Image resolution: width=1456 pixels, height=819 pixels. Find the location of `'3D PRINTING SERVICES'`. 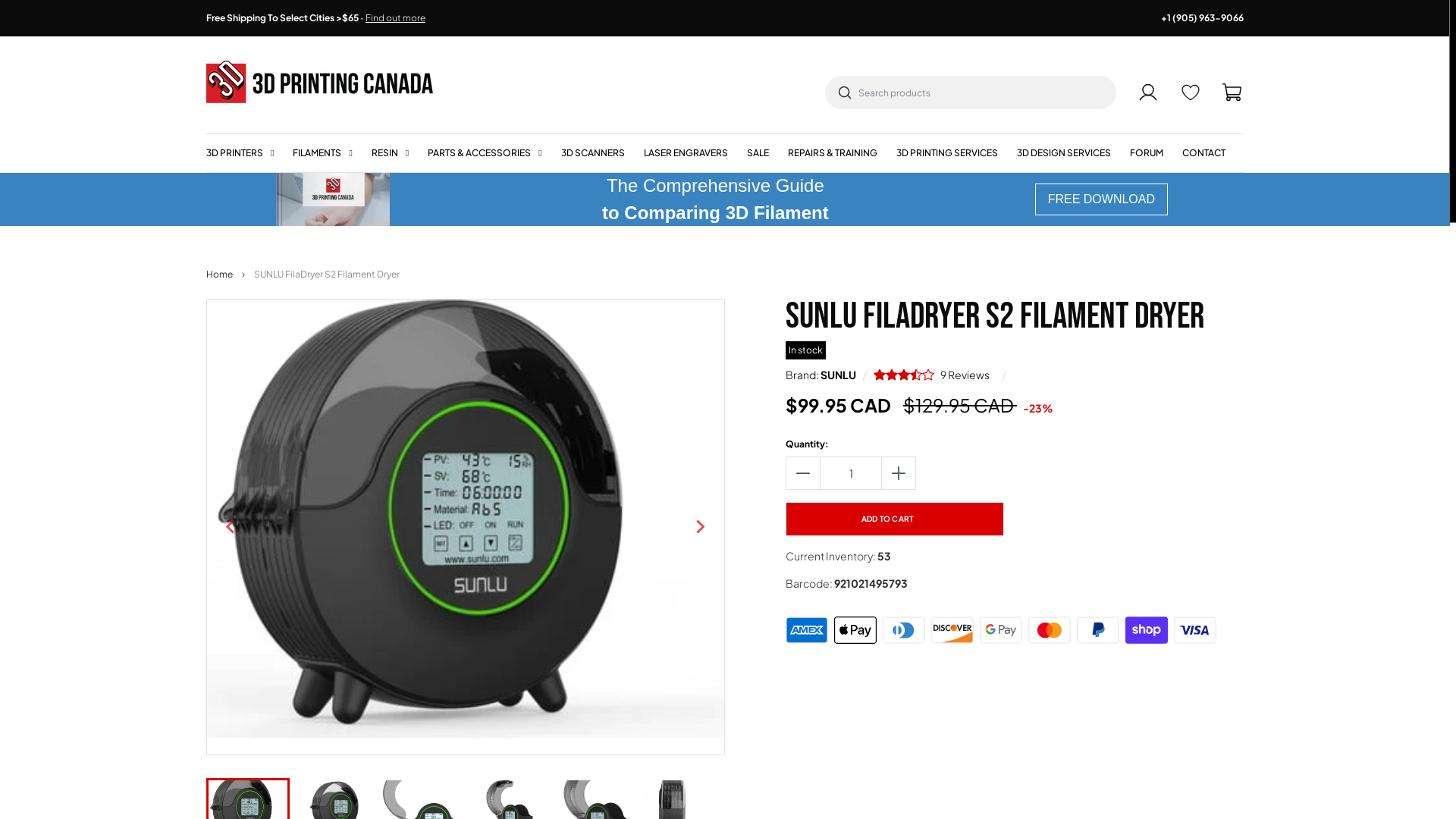

'3D PRINTING SERVICES' is located at coordinates (896, 152).